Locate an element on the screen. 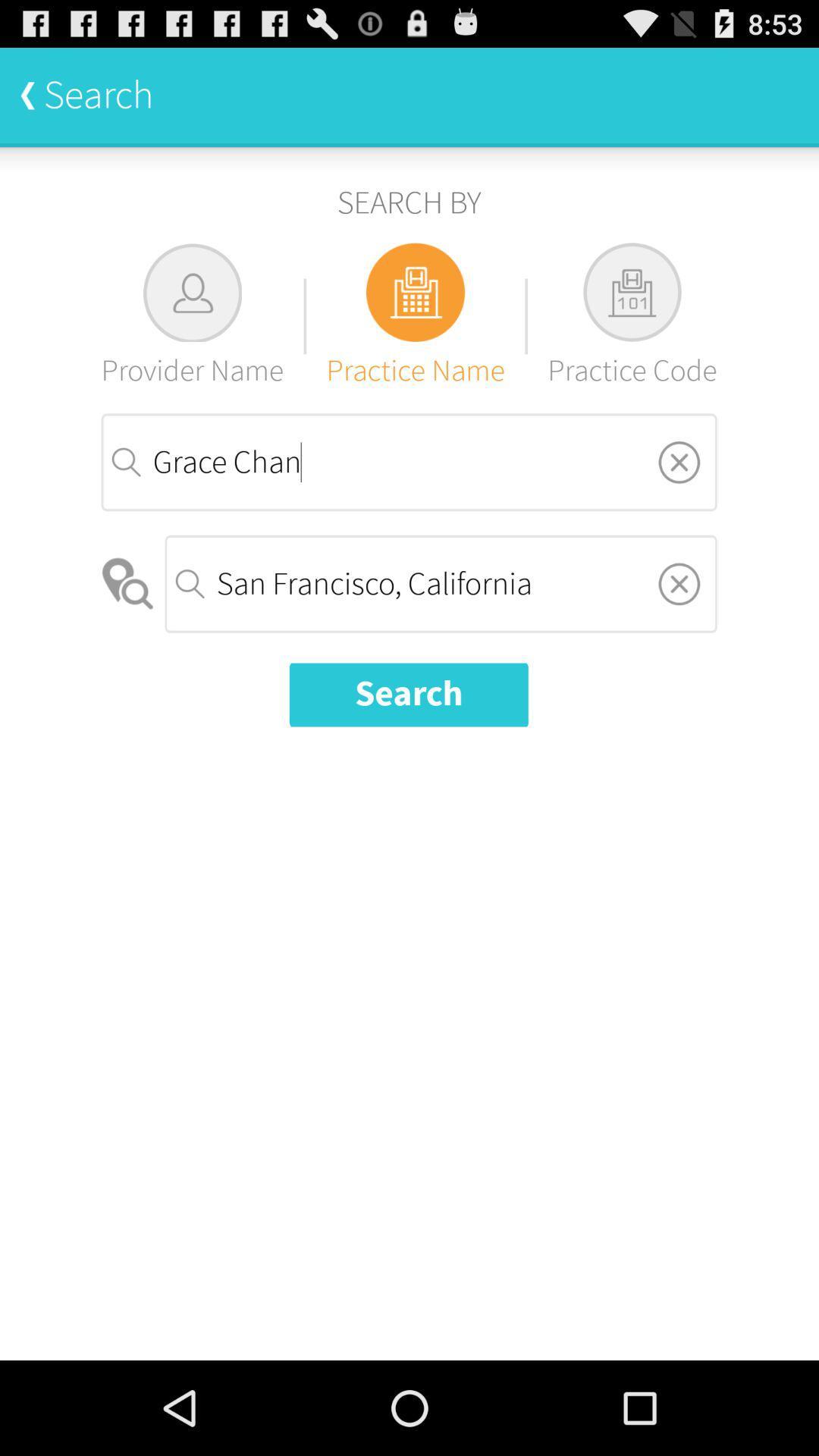 The image size is (819, 1456). the item below search by item is located at coordinates (191, 315).